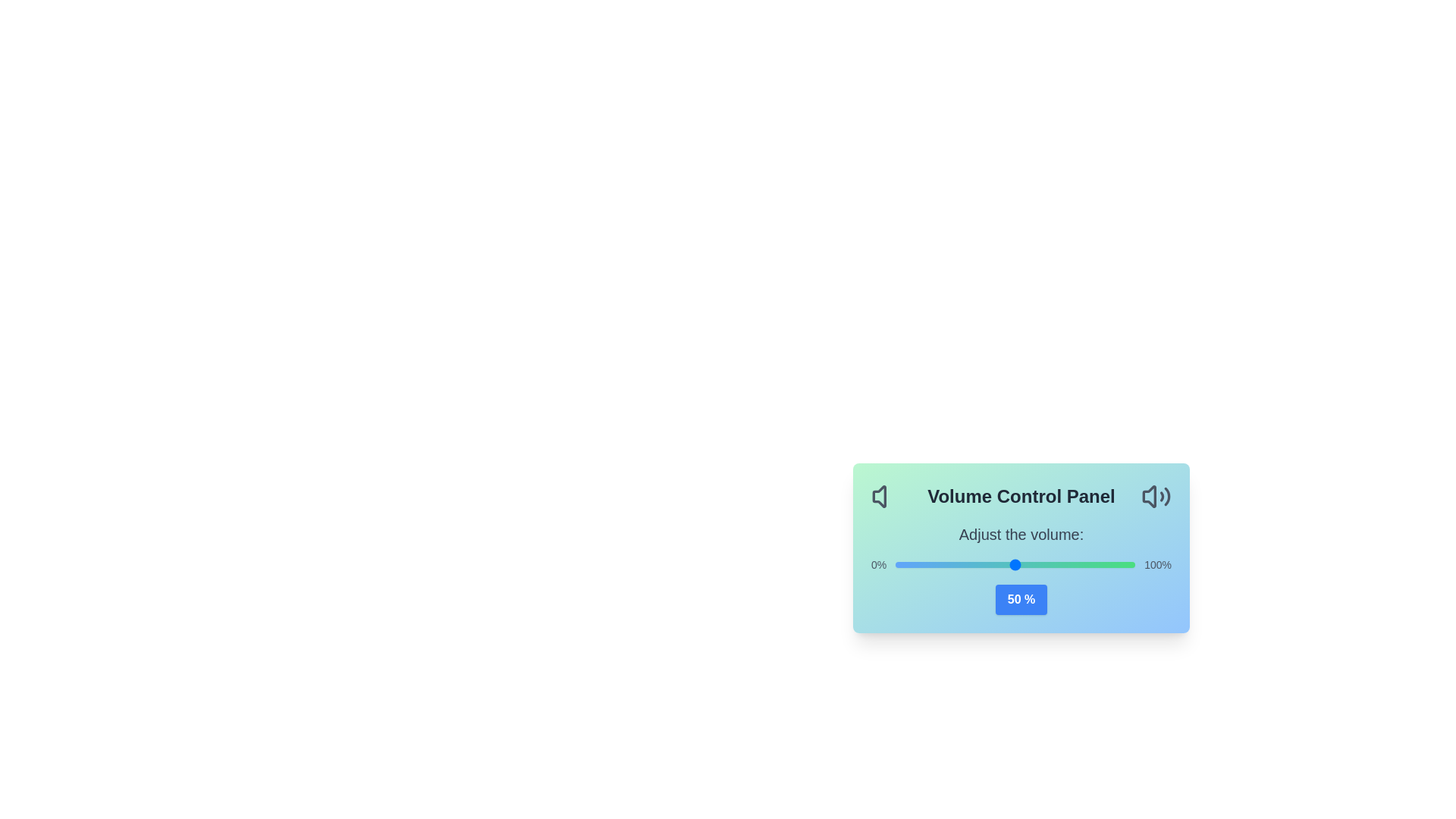 This screenshot has width=1456, height=819. What do you see at coordinates (1072, 564) in the screenshot?
I see `the volume slider to 74%` at bounding box center [1072, 564].